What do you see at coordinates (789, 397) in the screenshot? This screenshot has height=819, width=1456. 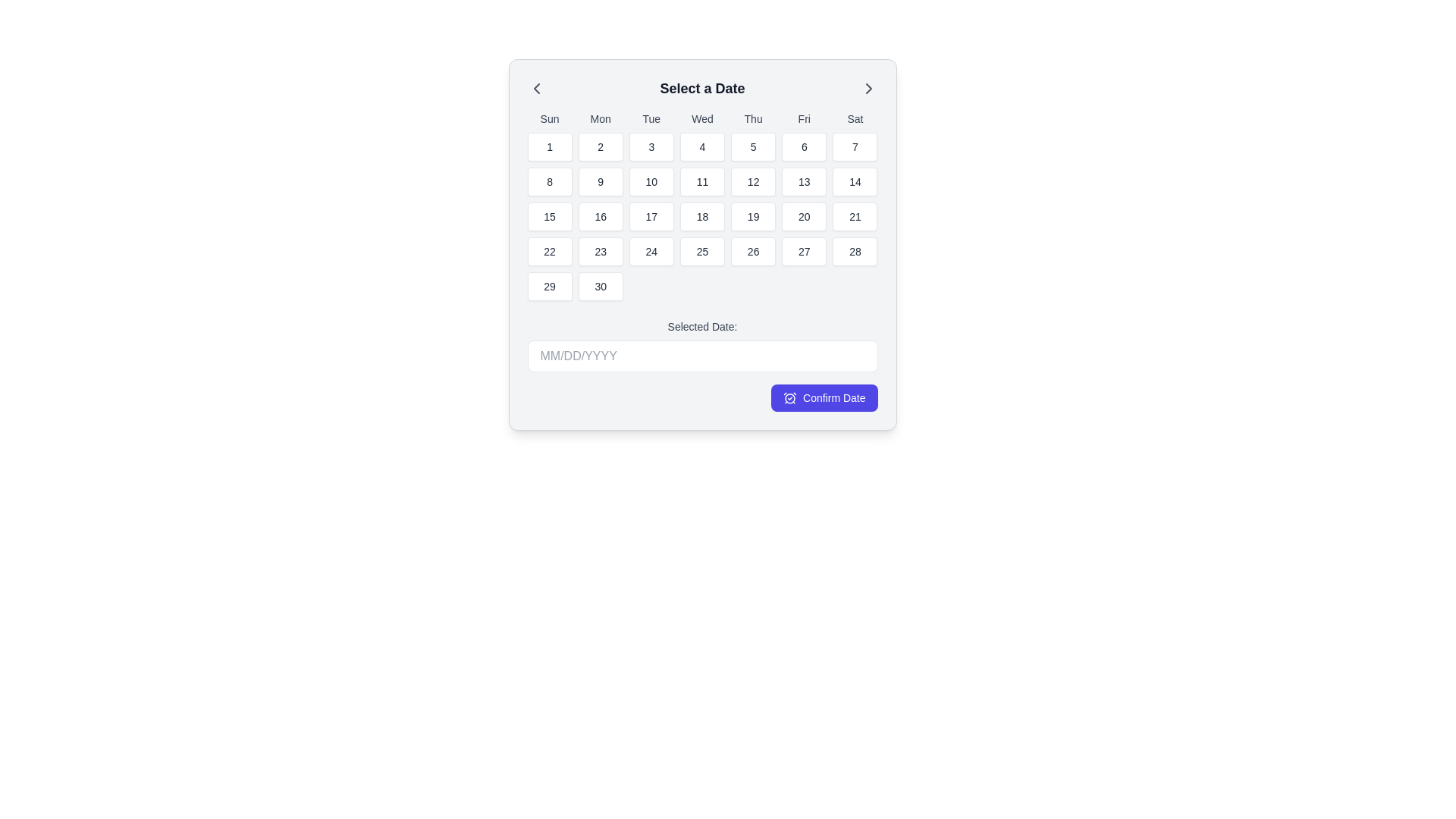 I see `the visual cue of the icon located to the left of the text in the 'Confirm Date' button` at bounding box center [789, 397].